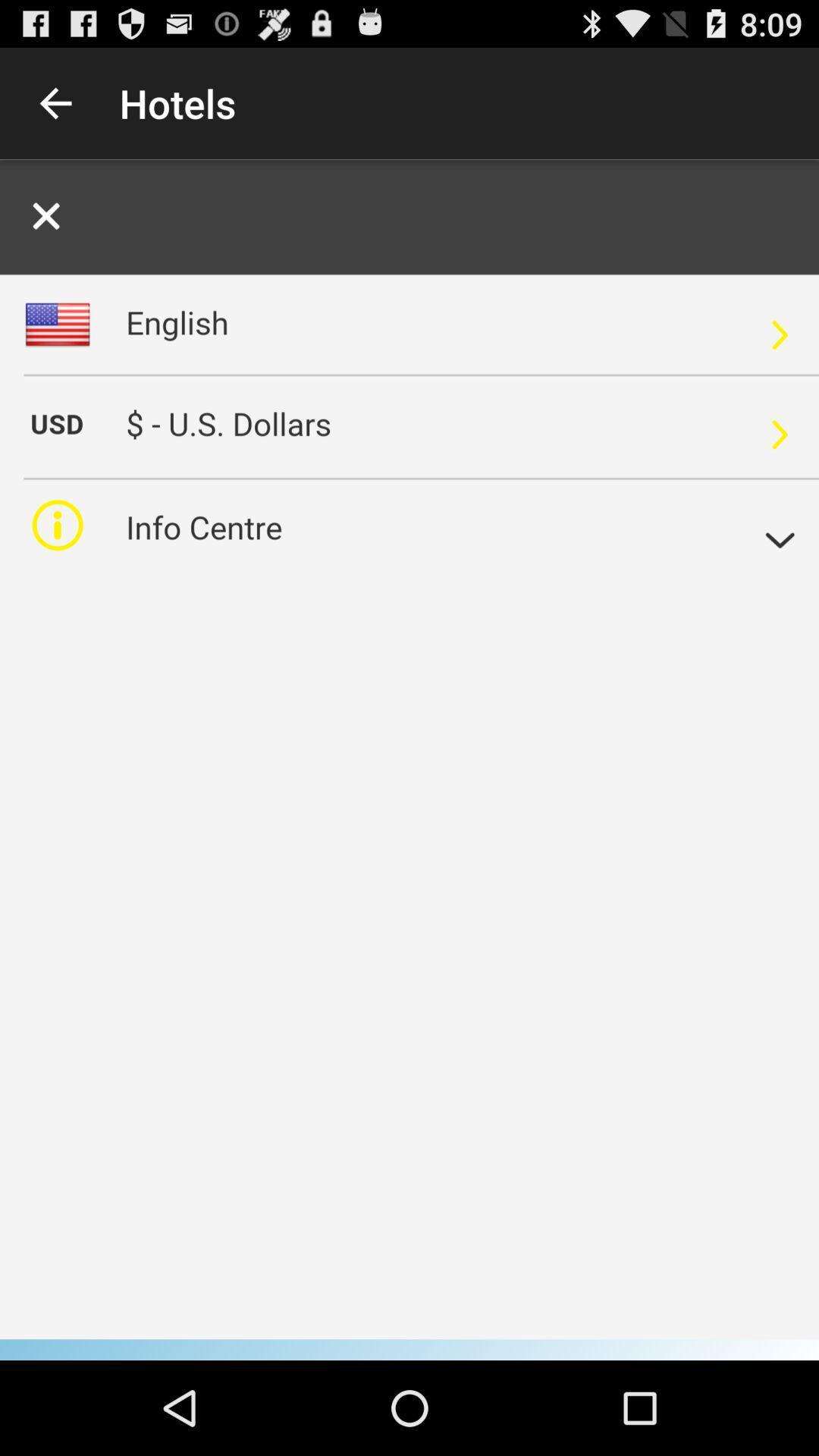  I want to click on it, so click(409, 760).